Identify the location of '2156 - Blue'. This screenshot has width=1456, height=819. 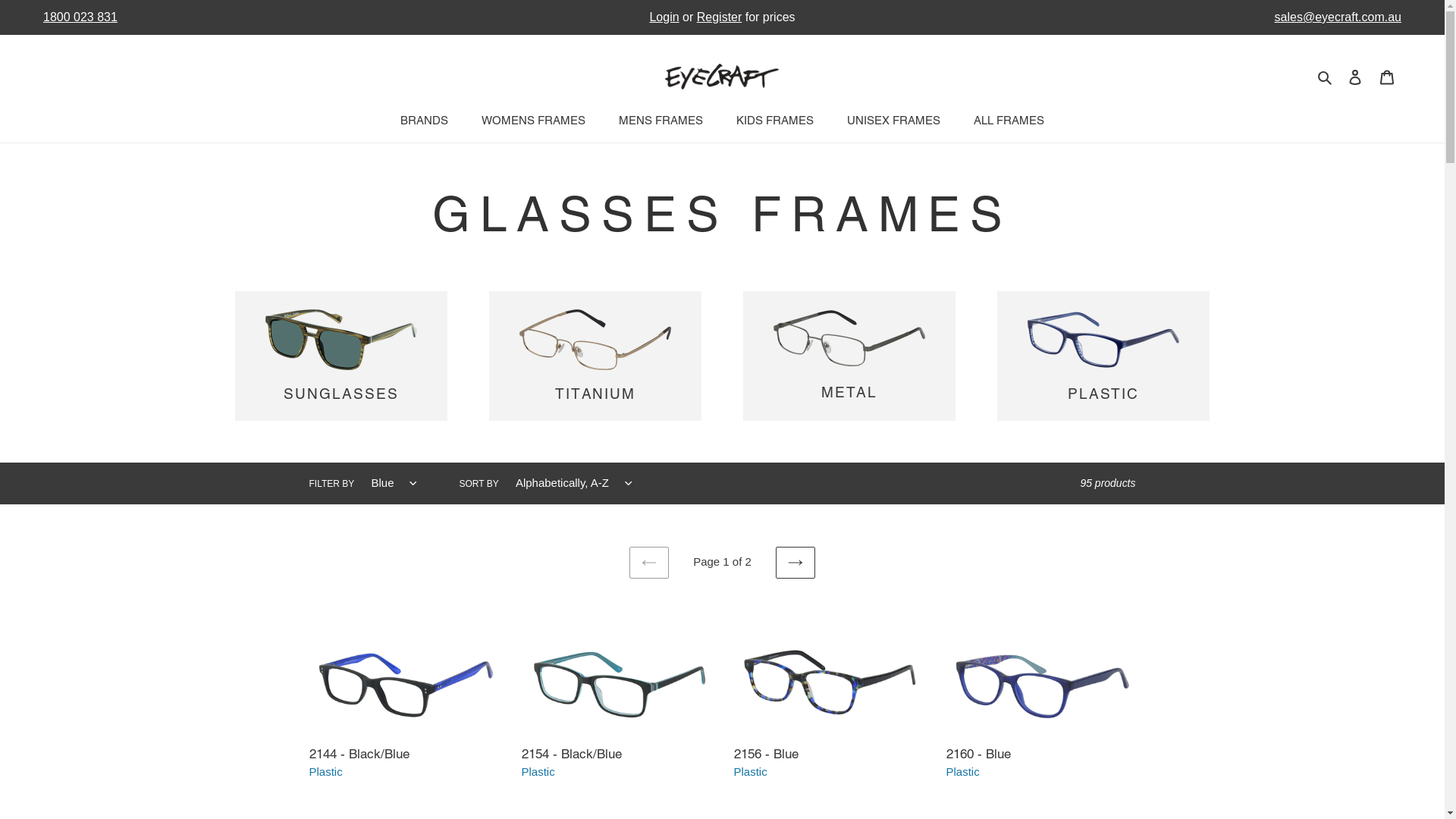
(734, 692).